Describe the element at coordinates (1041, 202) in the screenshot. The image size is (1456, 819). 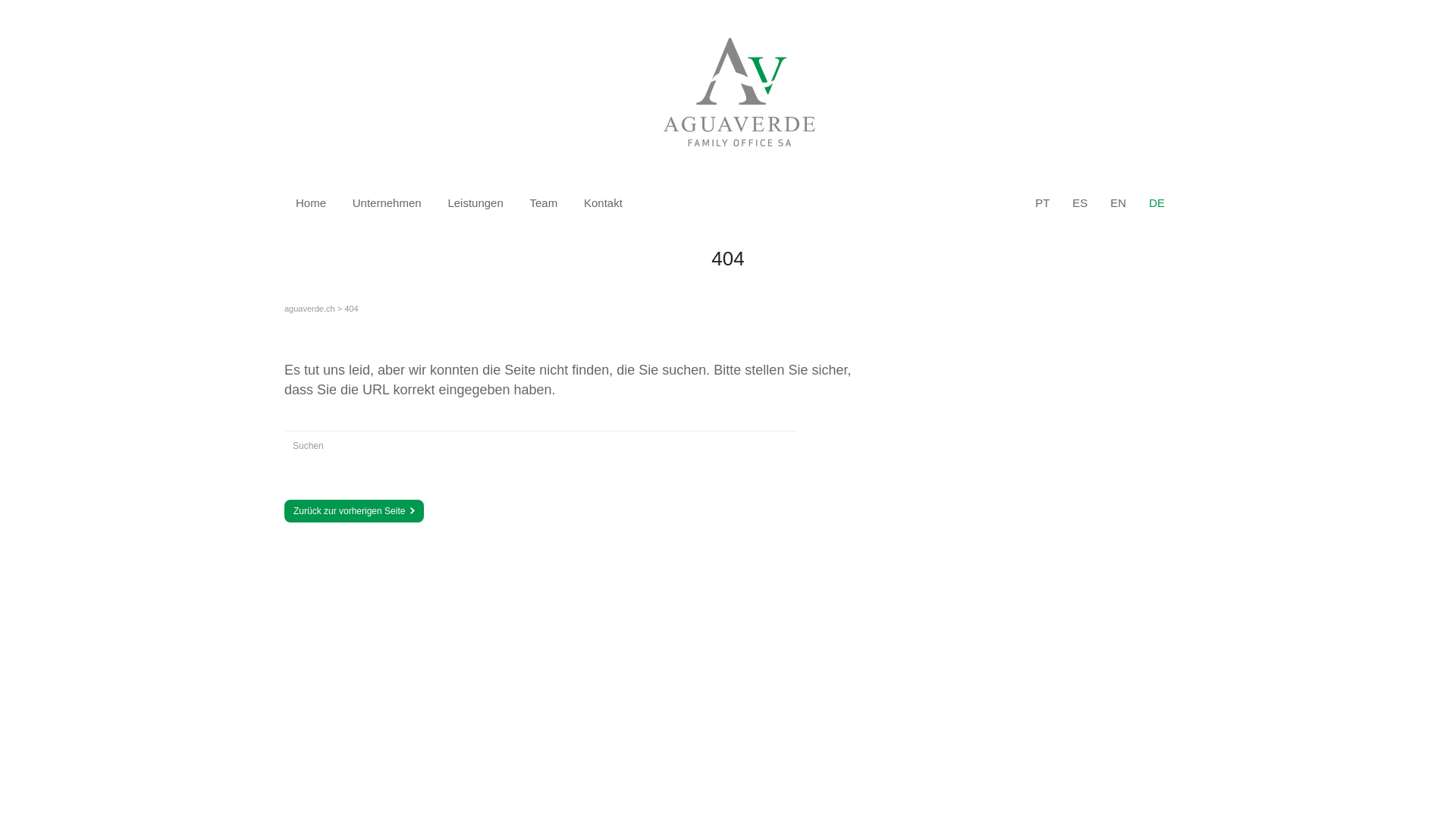
I see `'PT'` at that location.